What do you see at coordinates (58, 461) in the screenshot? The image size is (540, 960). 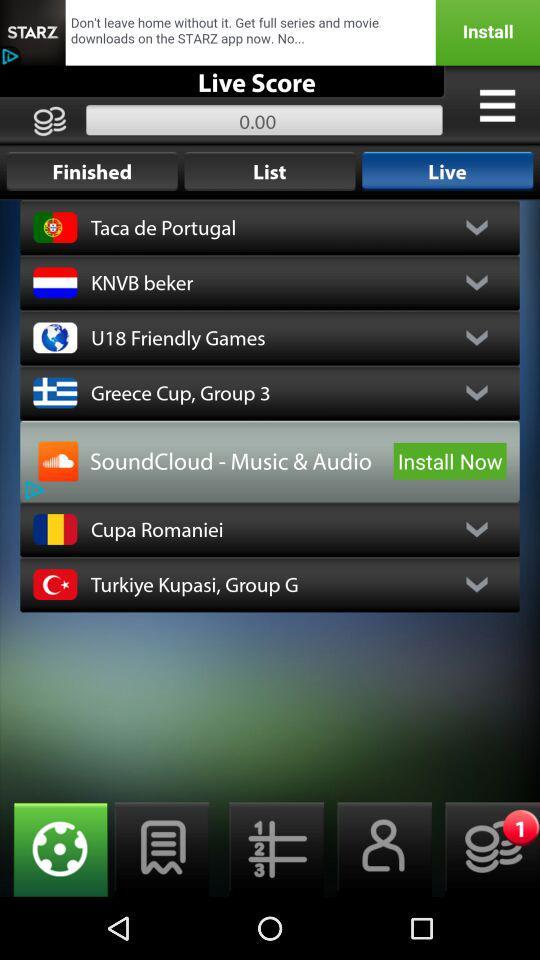 I see `advertisement` at bounding box center [58, 461].